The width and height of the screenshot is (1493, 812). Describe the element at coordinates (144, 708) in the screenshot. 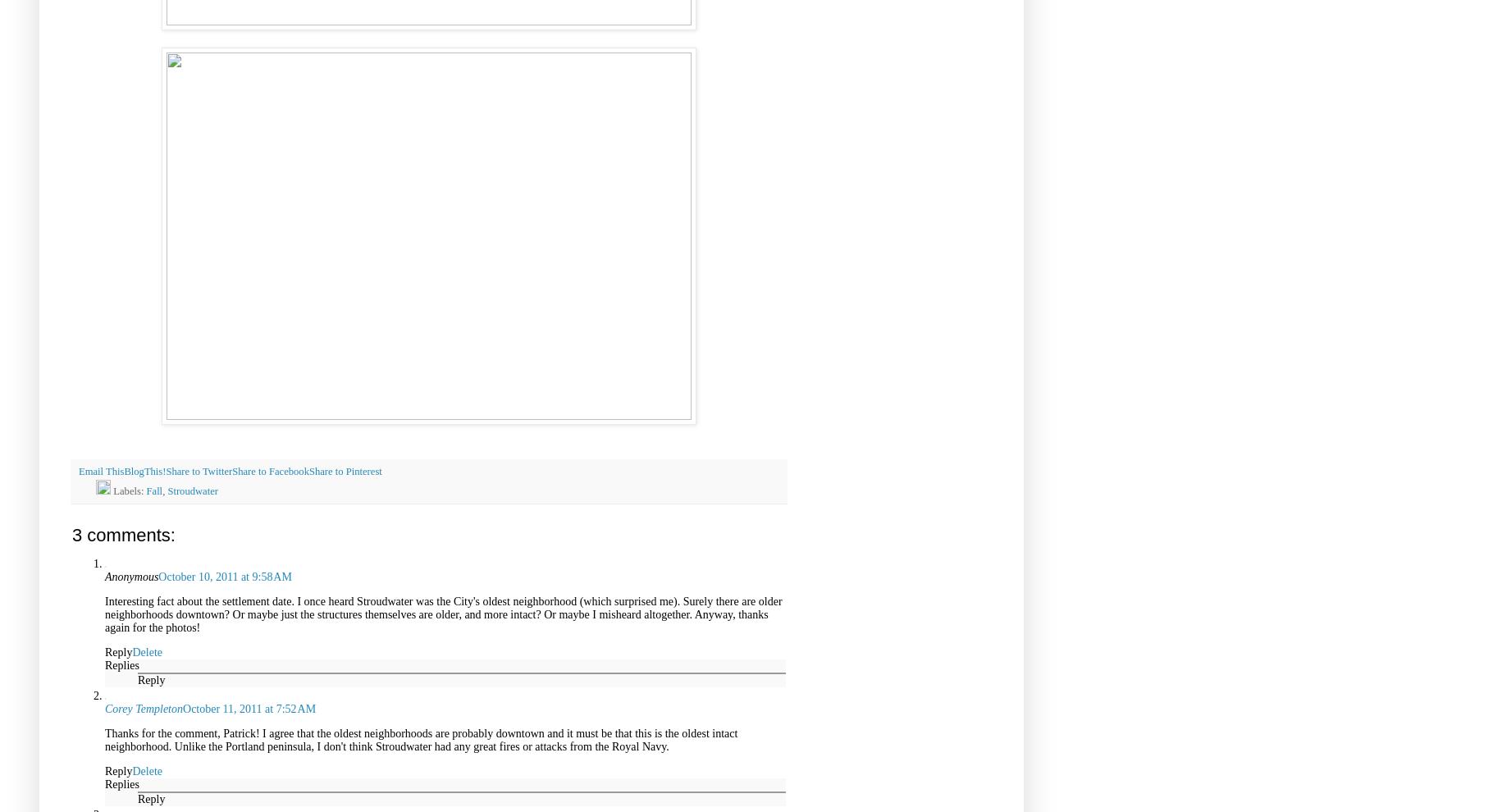

I see `'Corey Templeton'` at that location.